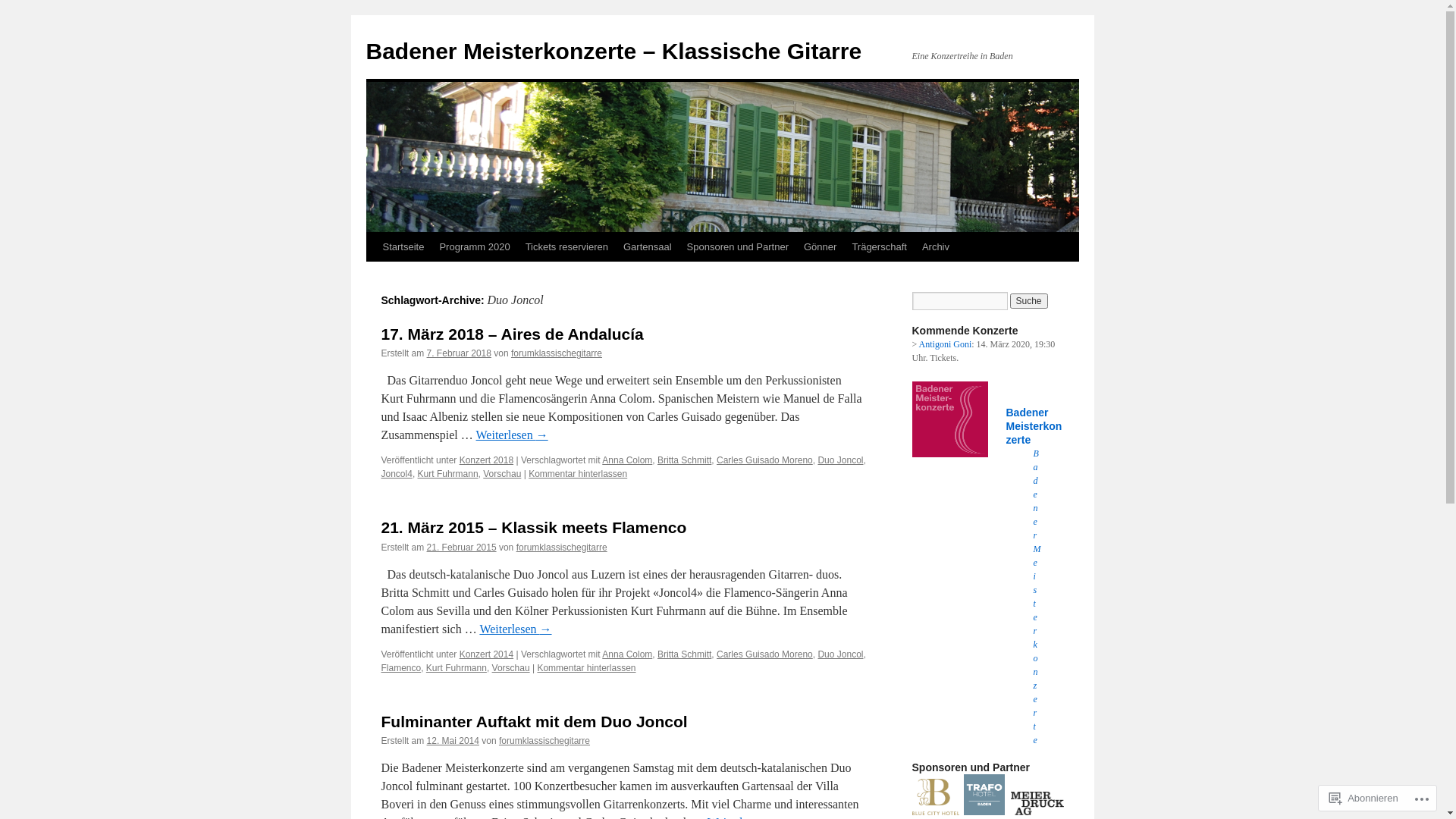  Describe the element at coordinates (458, 459) in the screenshot. I see `'Konzert 2018'` at that location.